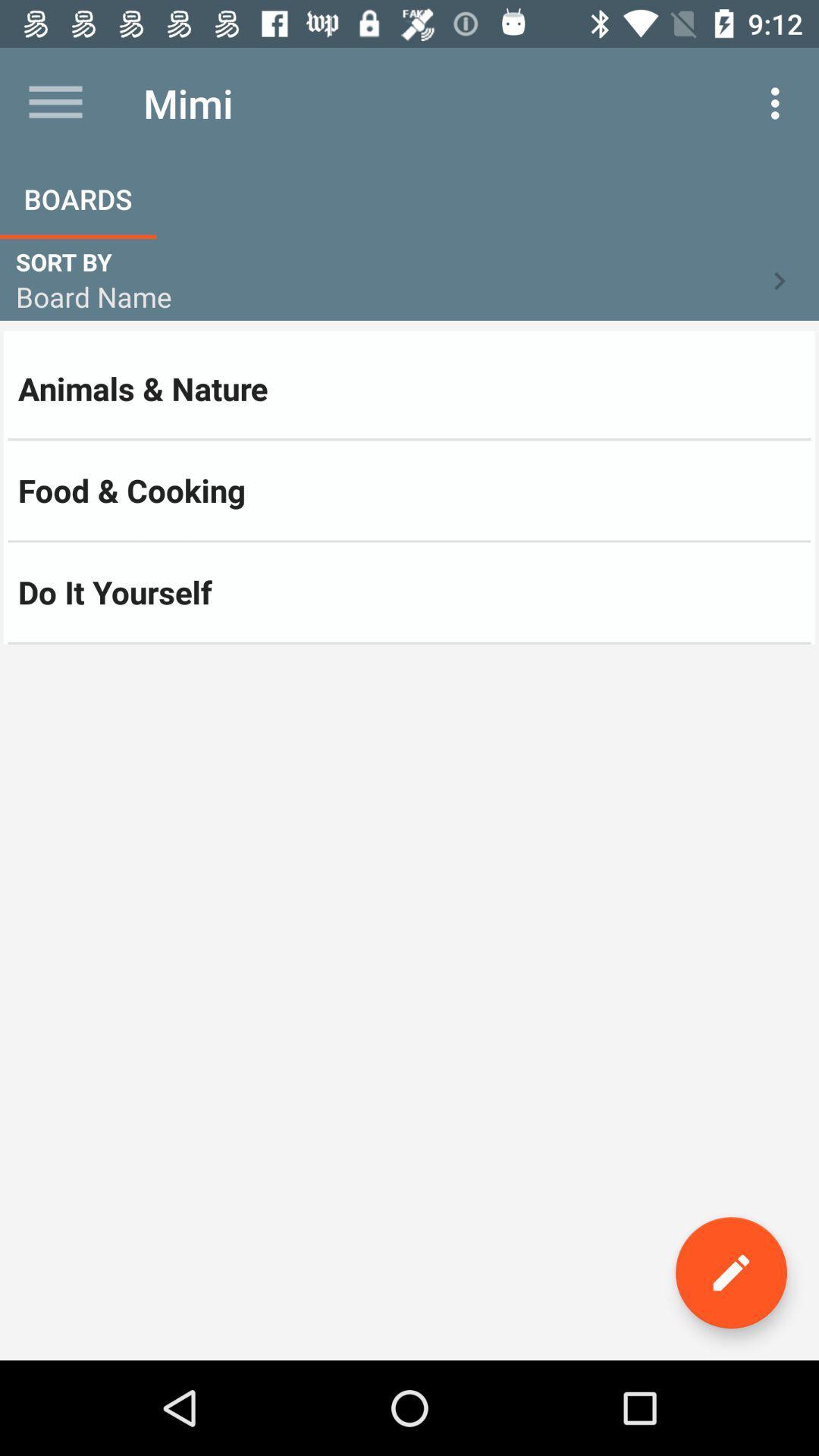 The width and height of the screenshot is (819, 1456). What do you see at coordinates (730, 1272) in the screenshot?
I see `the item at the bottom right corner` at bounding box center [730, 1272].